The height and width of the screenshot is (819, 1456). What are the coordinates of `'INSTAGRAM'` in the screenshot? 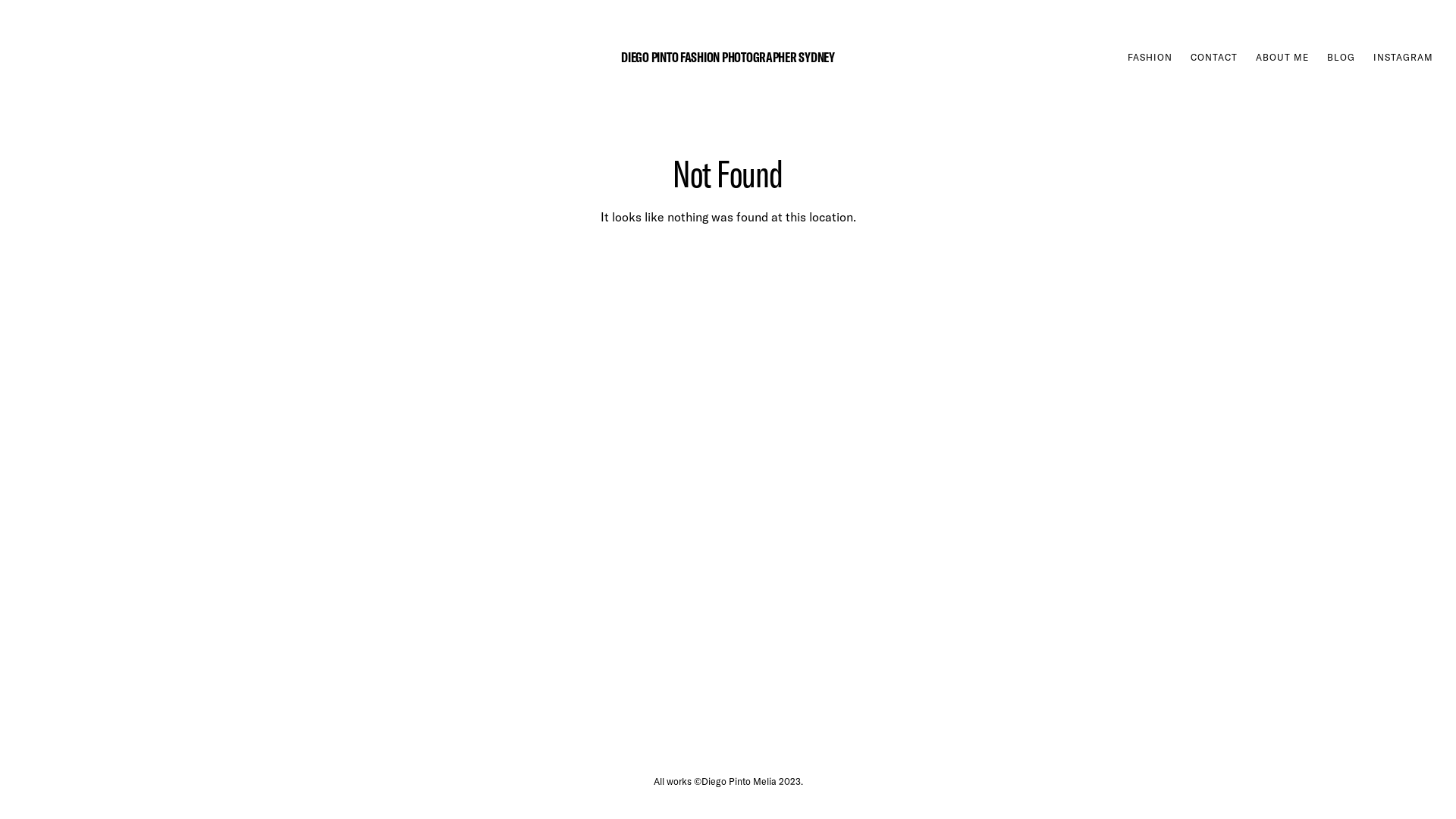 It's located at (1373, 56).